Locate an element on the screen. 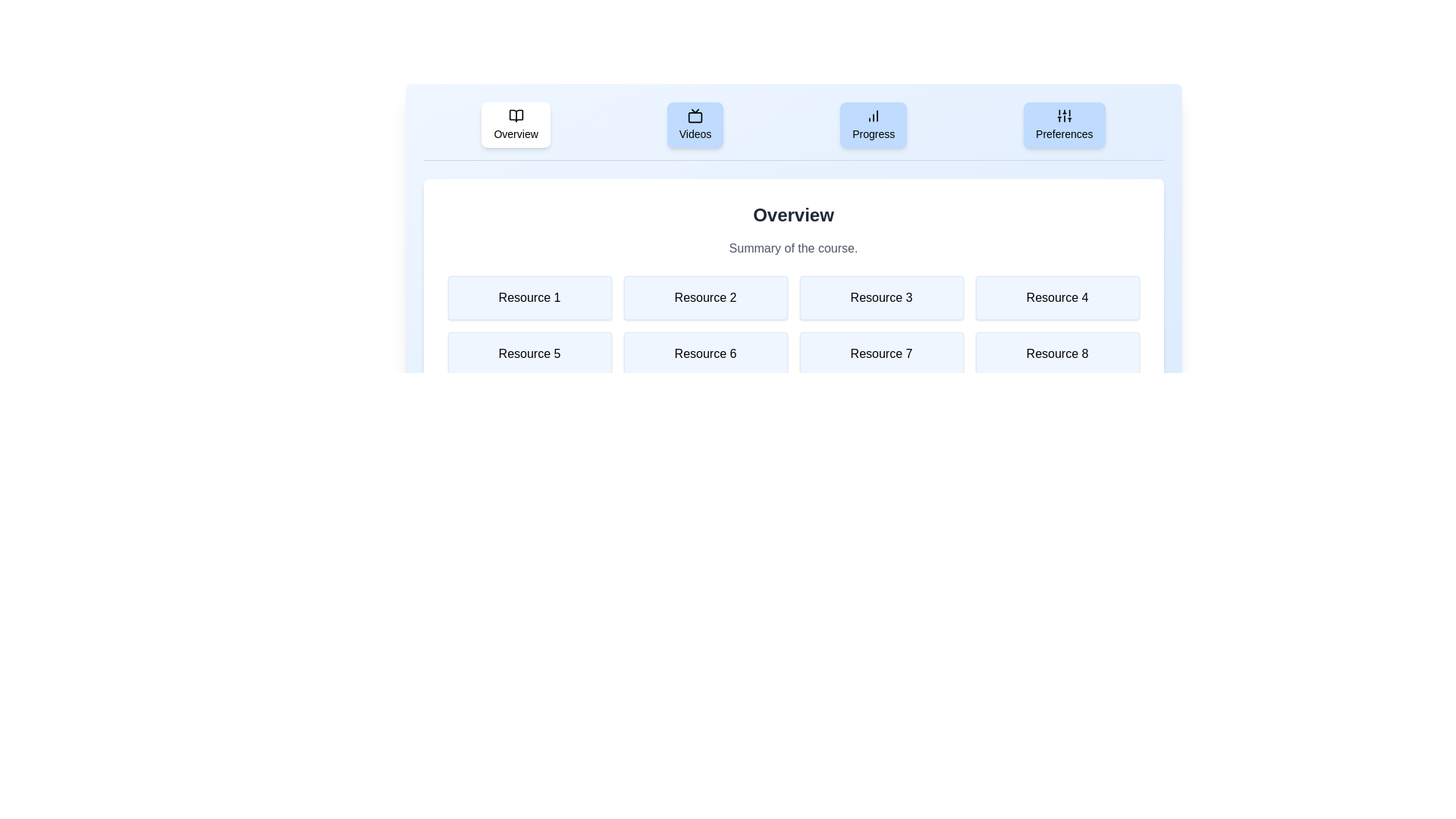 This screenshot has height=819, width=1456. the Preferences tab to read its content is located at coordinates (1063, 124).